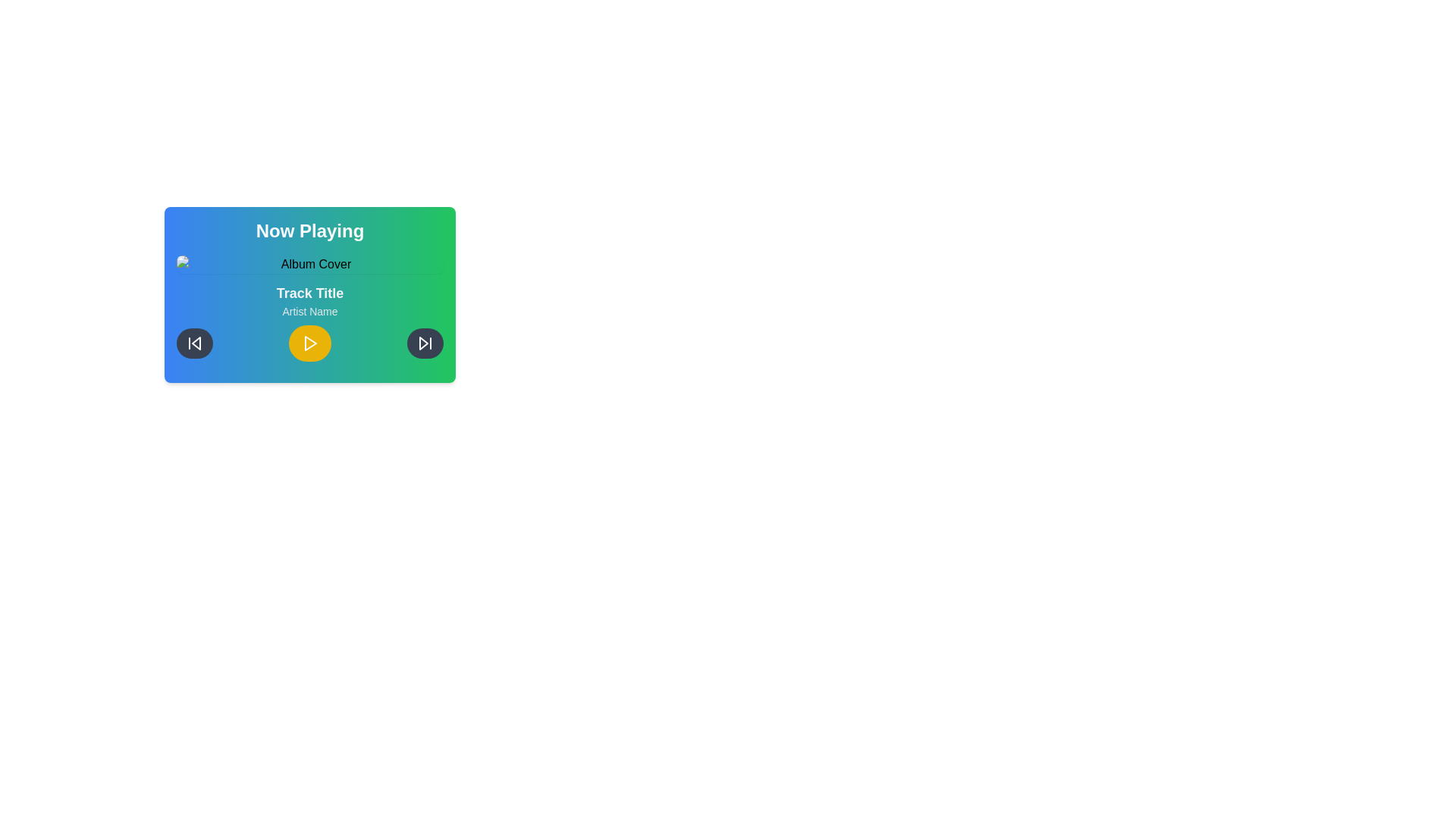  Describe the element at coordinates (309, 311) in the screenshot. I see `the Text Label displaying 'Artist Name', which is styled in small gray font and positioned below the 'Track Title' within a player interface` at that location.